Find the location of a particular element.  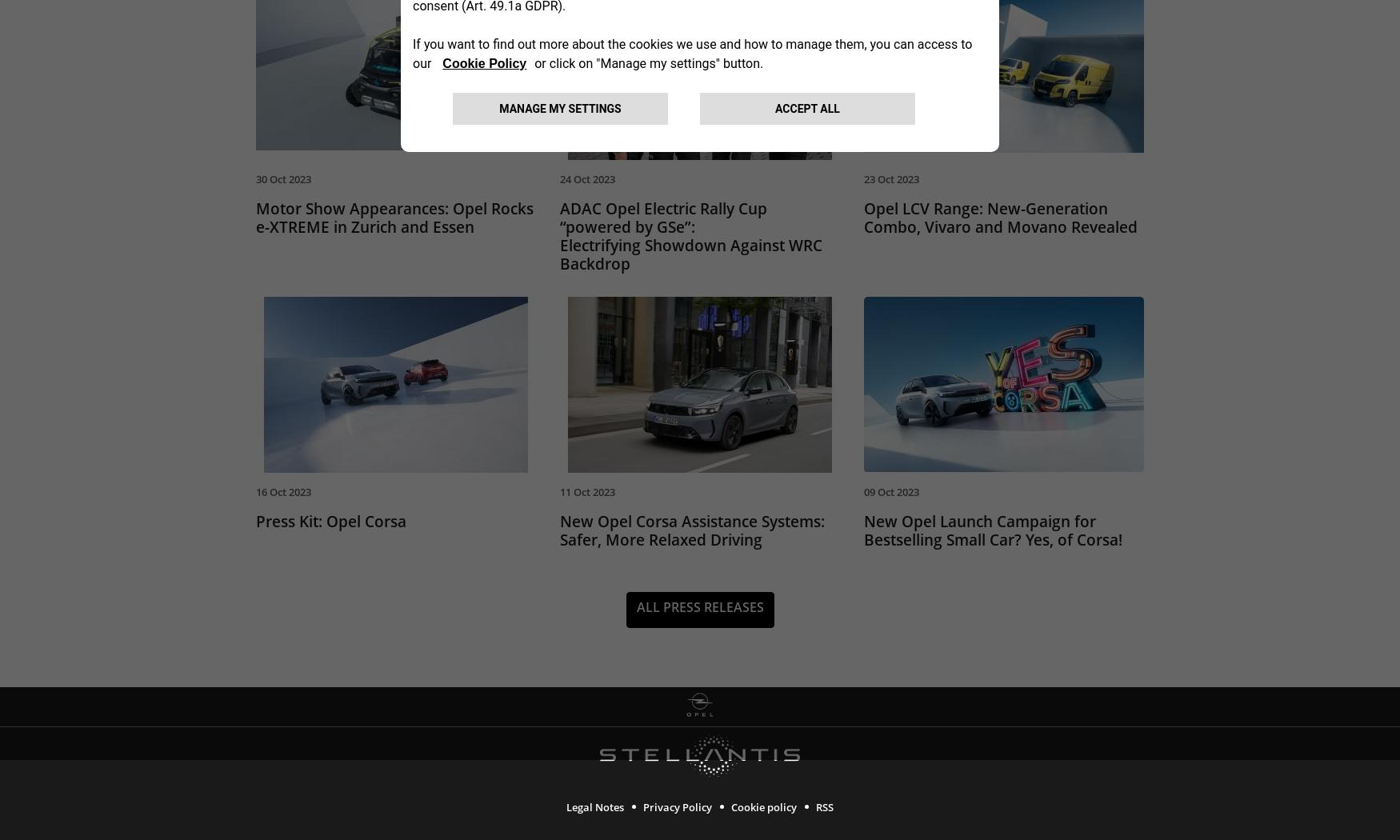

'16 Oct 2023' is located at coordinates (283, 494).